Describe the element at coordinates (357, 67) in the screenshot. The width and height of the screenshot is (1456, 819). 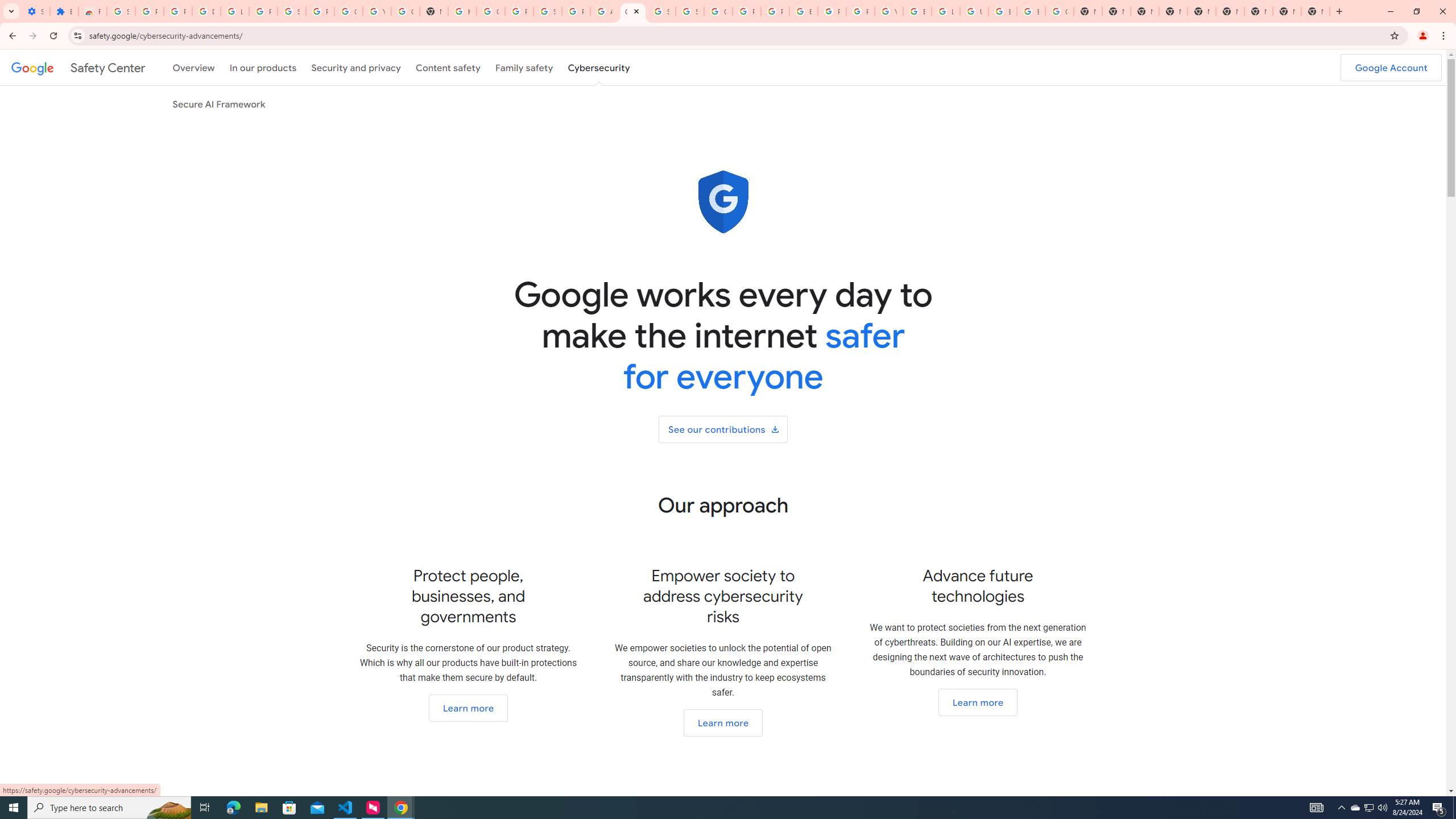
I see `'Security and privacy'` at that location.